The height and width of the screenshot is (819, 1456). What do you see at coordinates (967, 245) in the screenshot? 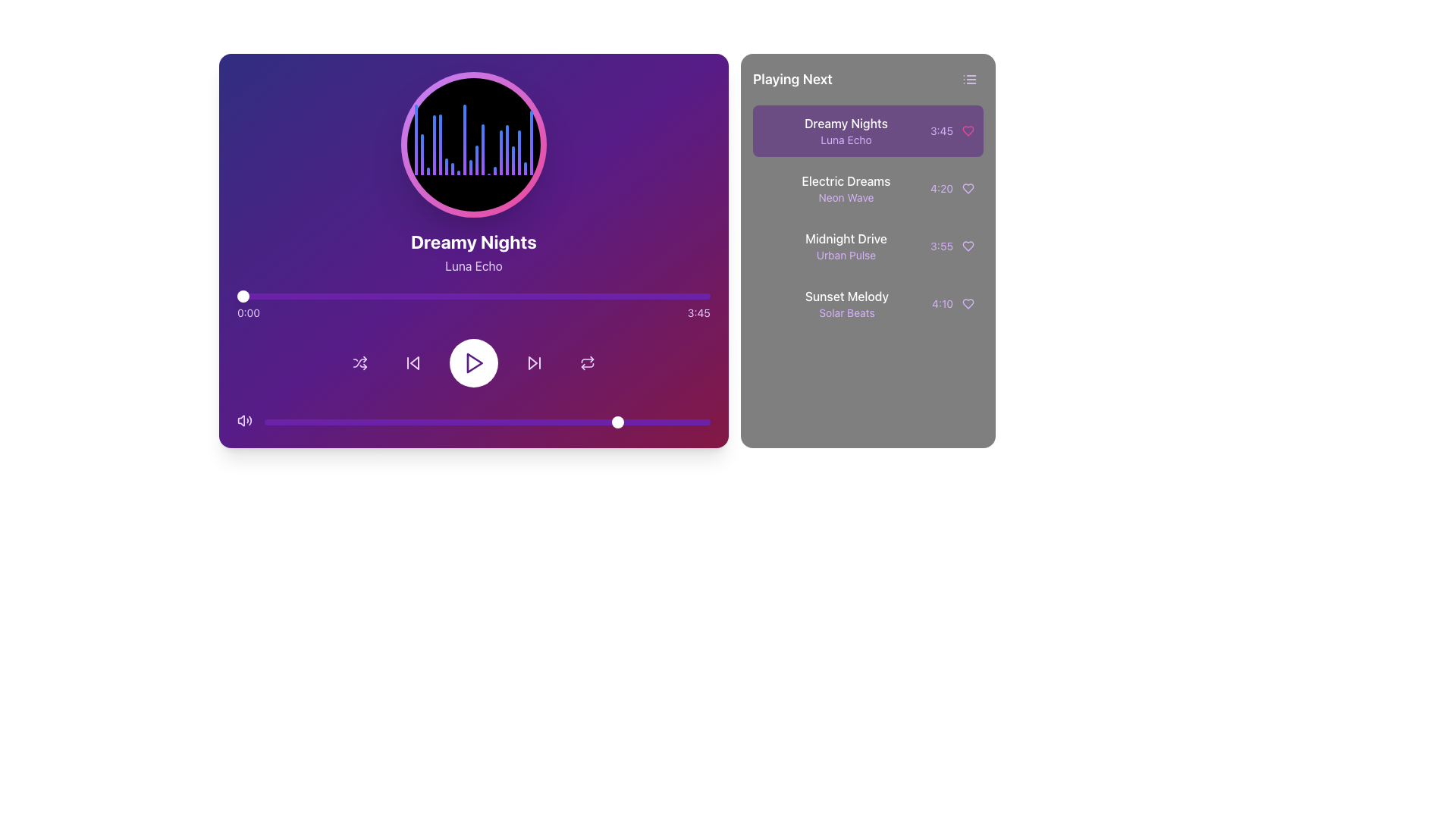
I see `the heart-shaped icon button to favorite or unfavorite the song 'Midnight Drive' located in the 'Playing Next' section` at bounding box center [967, 245].